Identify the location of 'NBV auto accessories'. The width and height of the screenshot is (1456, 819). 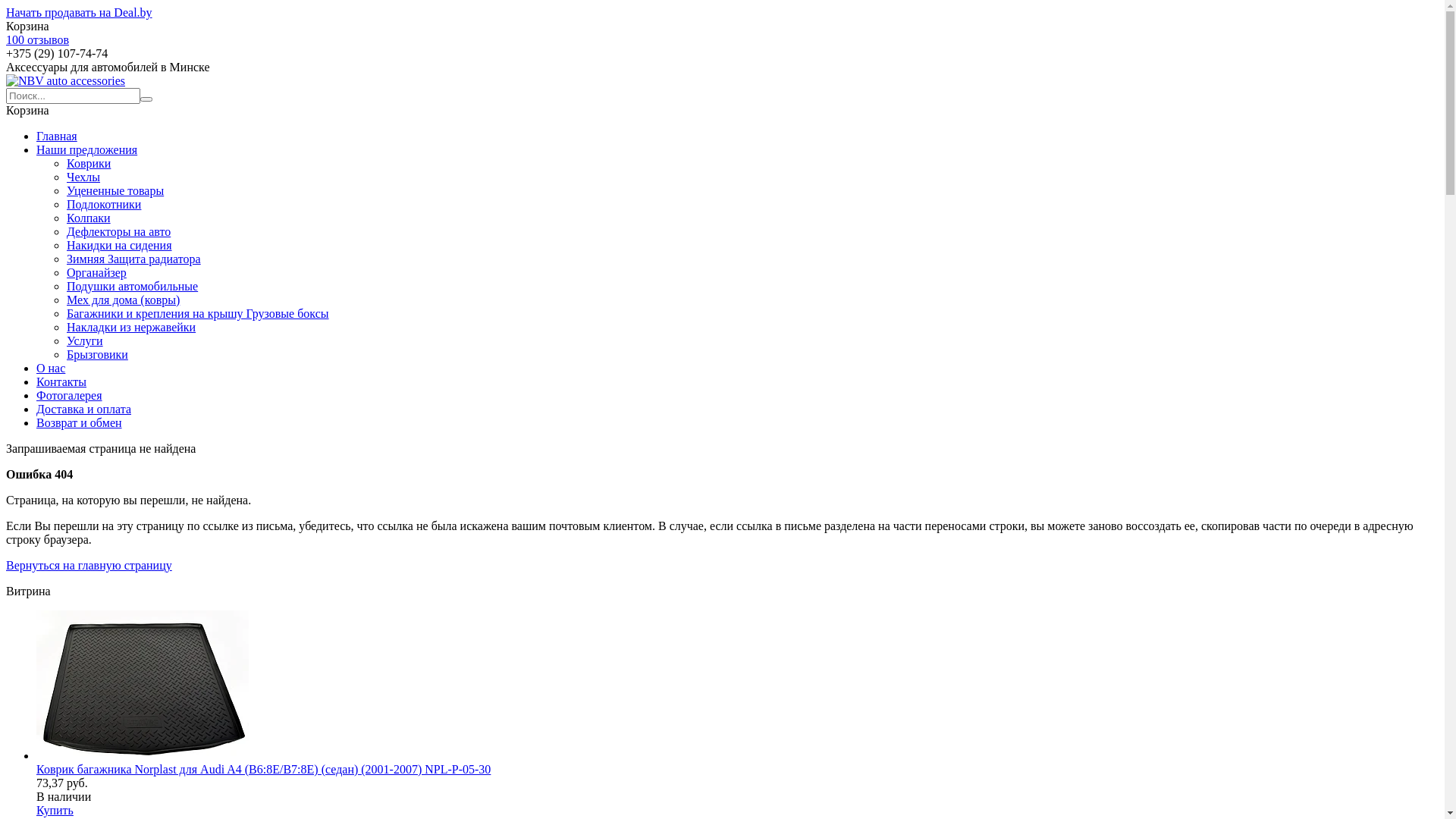
(64, 80).